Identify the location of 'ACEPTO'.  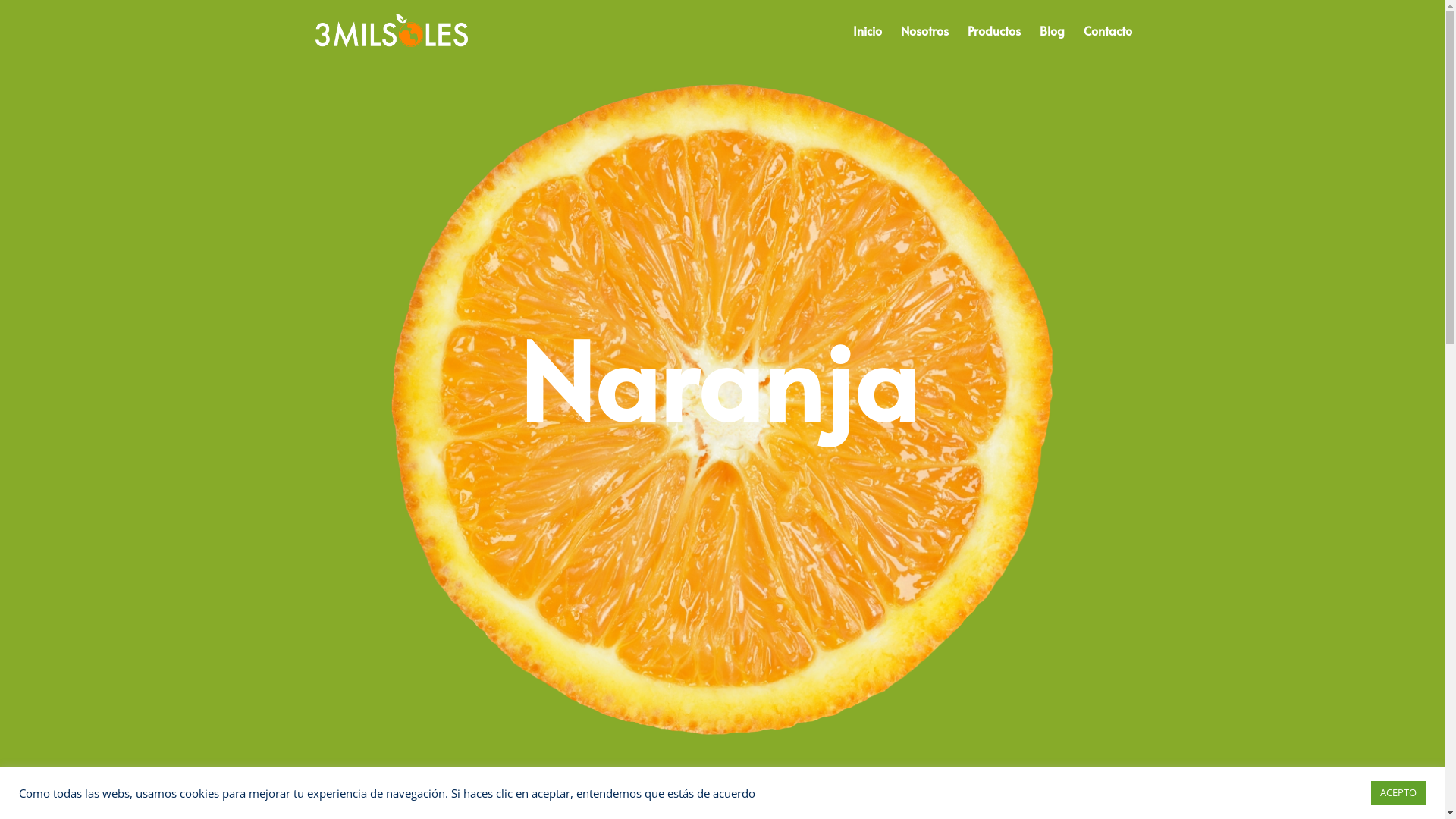
(1397, 792).